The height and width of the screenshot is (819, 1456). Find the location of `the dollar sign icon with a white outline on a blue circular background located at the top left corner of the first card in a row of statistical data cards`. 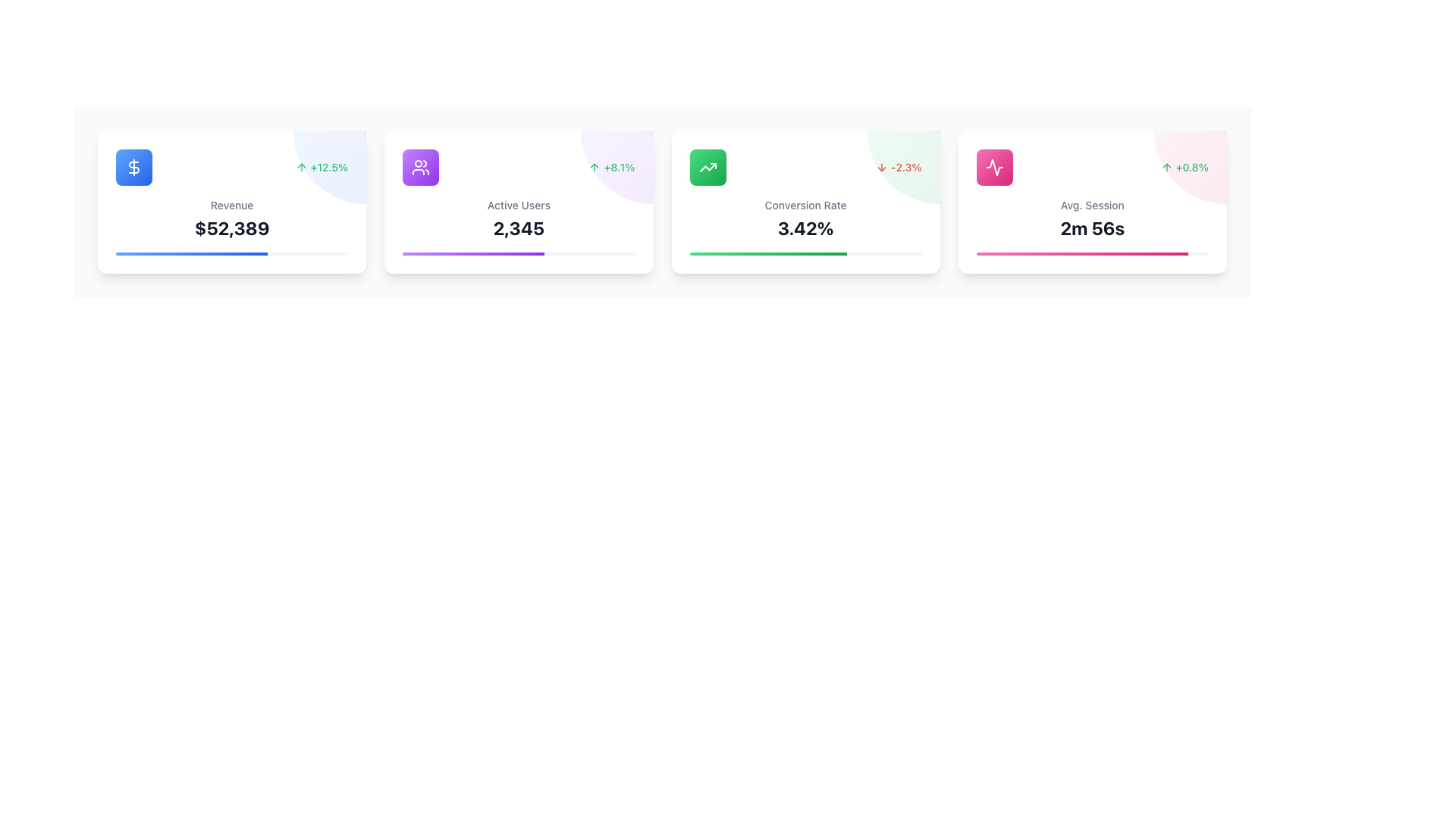

the dollar sign icon with a white outline on a blue circular background located at the top left corner of the first card in a row of statistical data cards is located at coordinates (134, 167).